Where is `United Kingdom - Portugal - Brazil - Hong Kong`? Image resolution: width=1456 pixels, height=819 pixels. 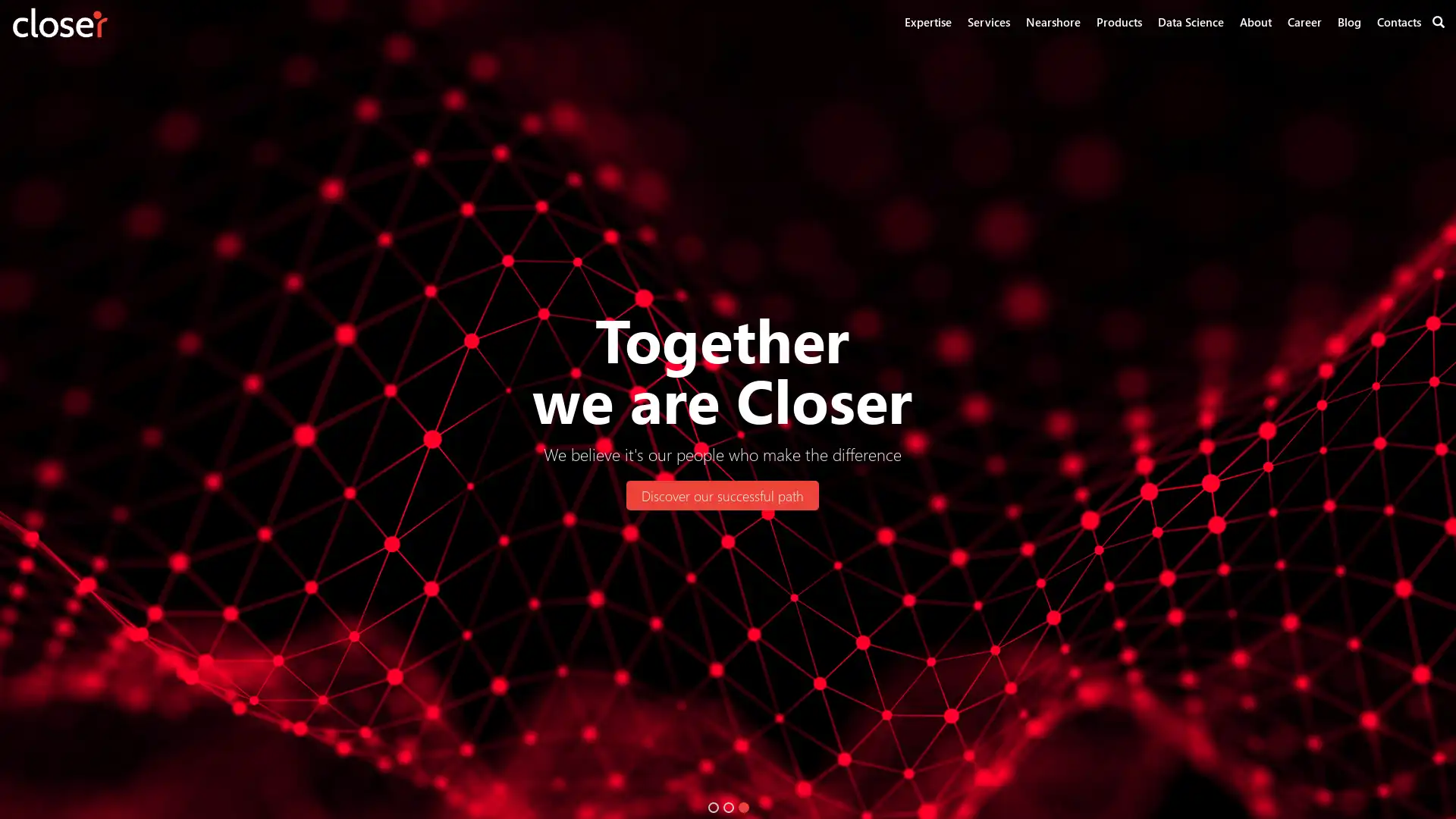 United Kingdom - Portugal - Brazil - Hong Kong is located at coordinates (475, 495).